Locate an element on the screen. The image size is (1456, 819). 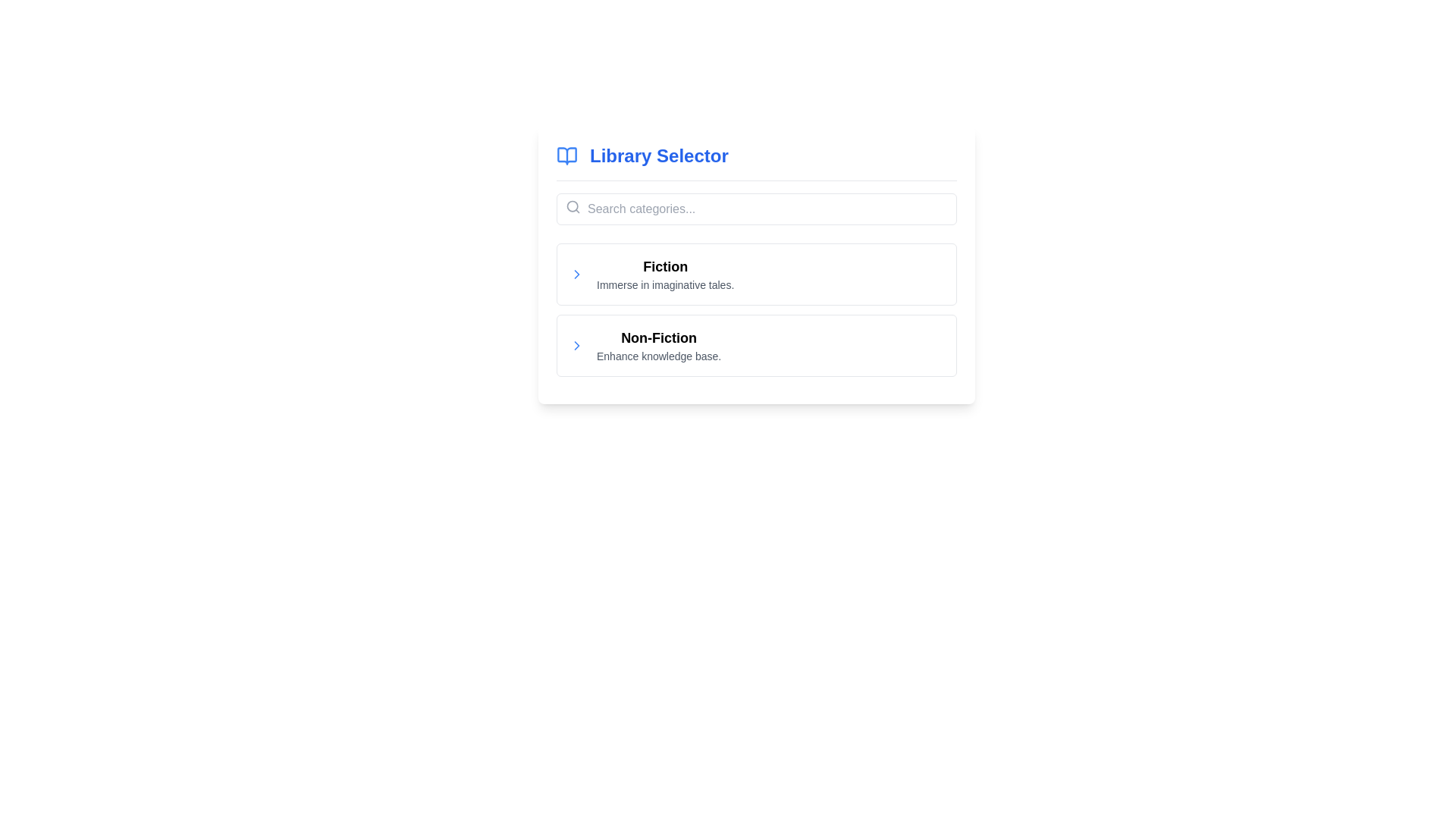
the SVG circle element inside the magnifying glass icon, which is styled with a line stroke design and is located to the left of the search input field is located at coordinates (572, 206).